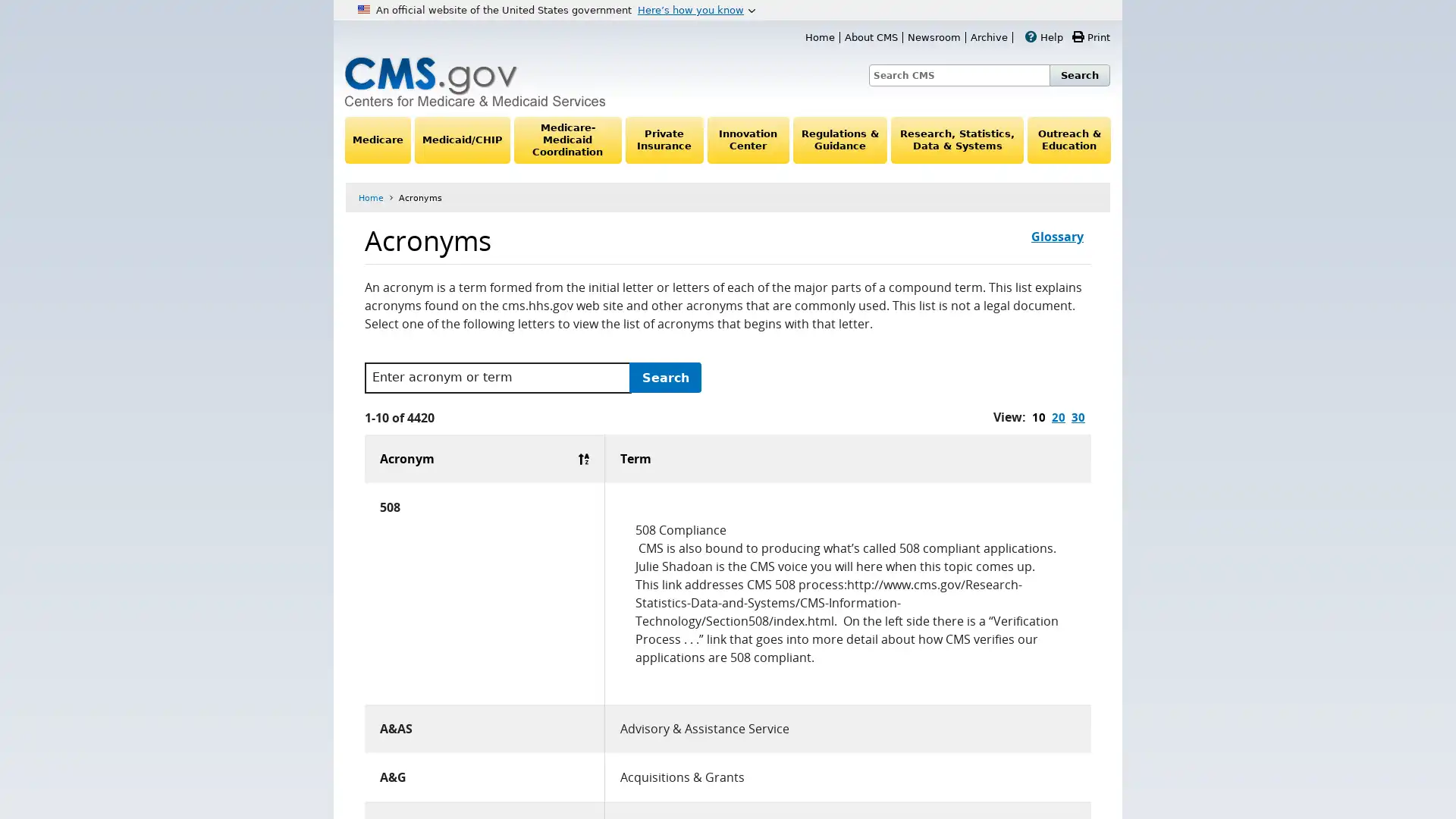 The image size is (1456, 819). Describe the element at coordinates (695, 9) in the screenshot. I see `Heres how you know` at that location.